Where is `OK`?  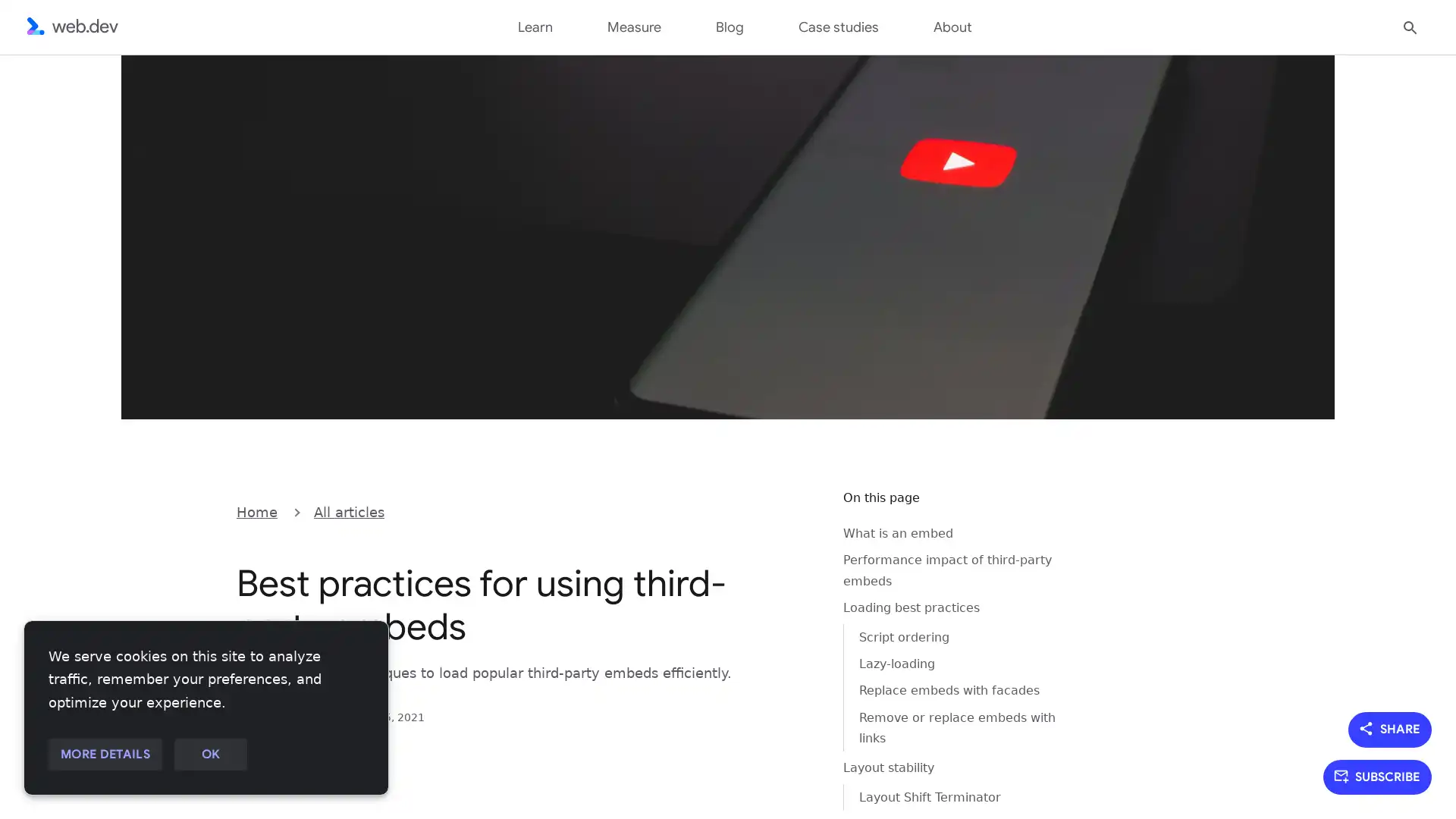 OK is located at coordinates (209, 755).